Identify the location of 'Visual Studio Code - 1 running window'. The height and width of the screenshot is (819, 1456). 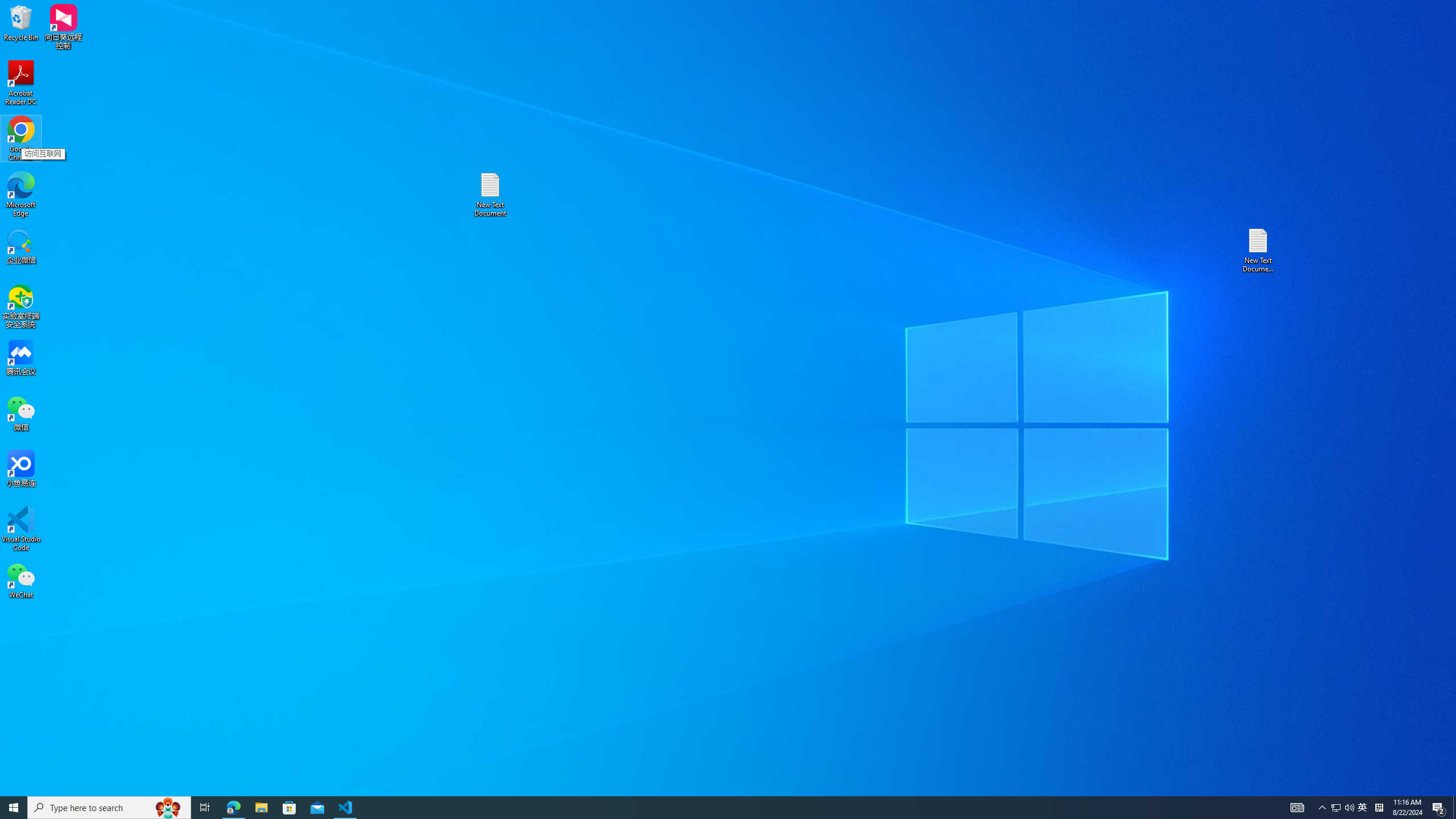
(345, 806).